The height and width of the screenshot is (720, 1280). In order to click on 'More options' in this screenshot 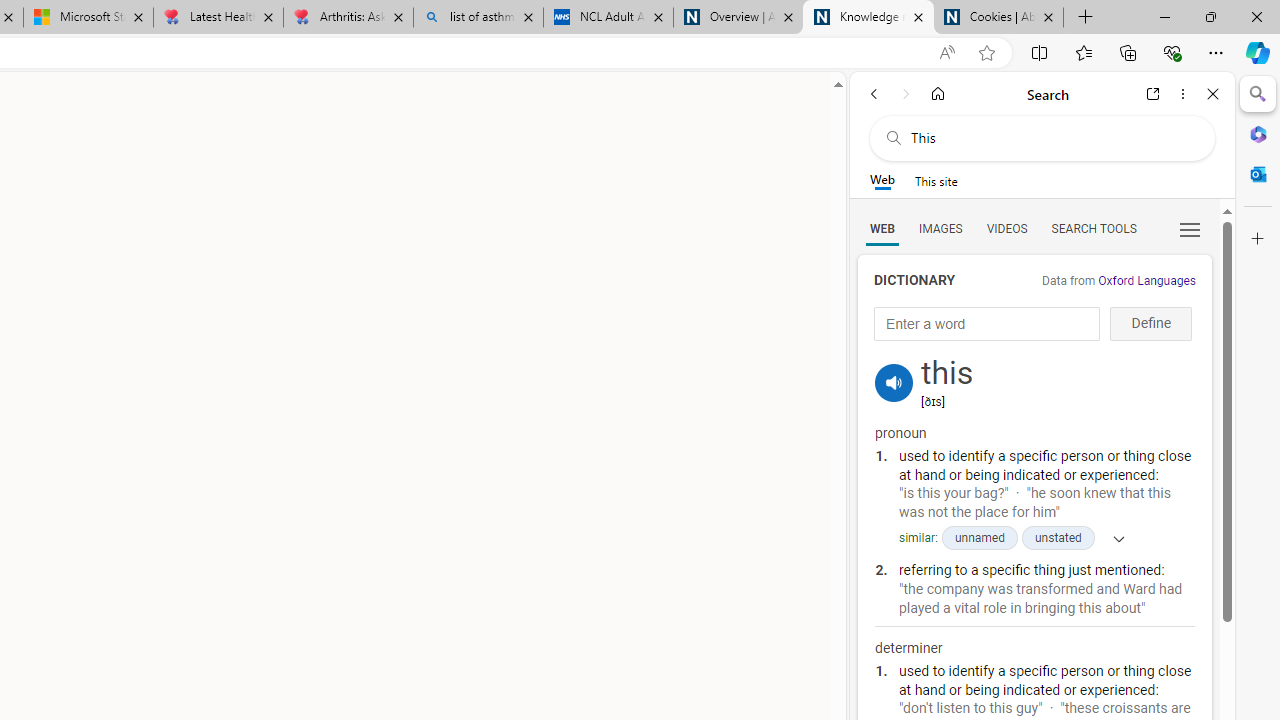, I will do `click(1182, 93)`.